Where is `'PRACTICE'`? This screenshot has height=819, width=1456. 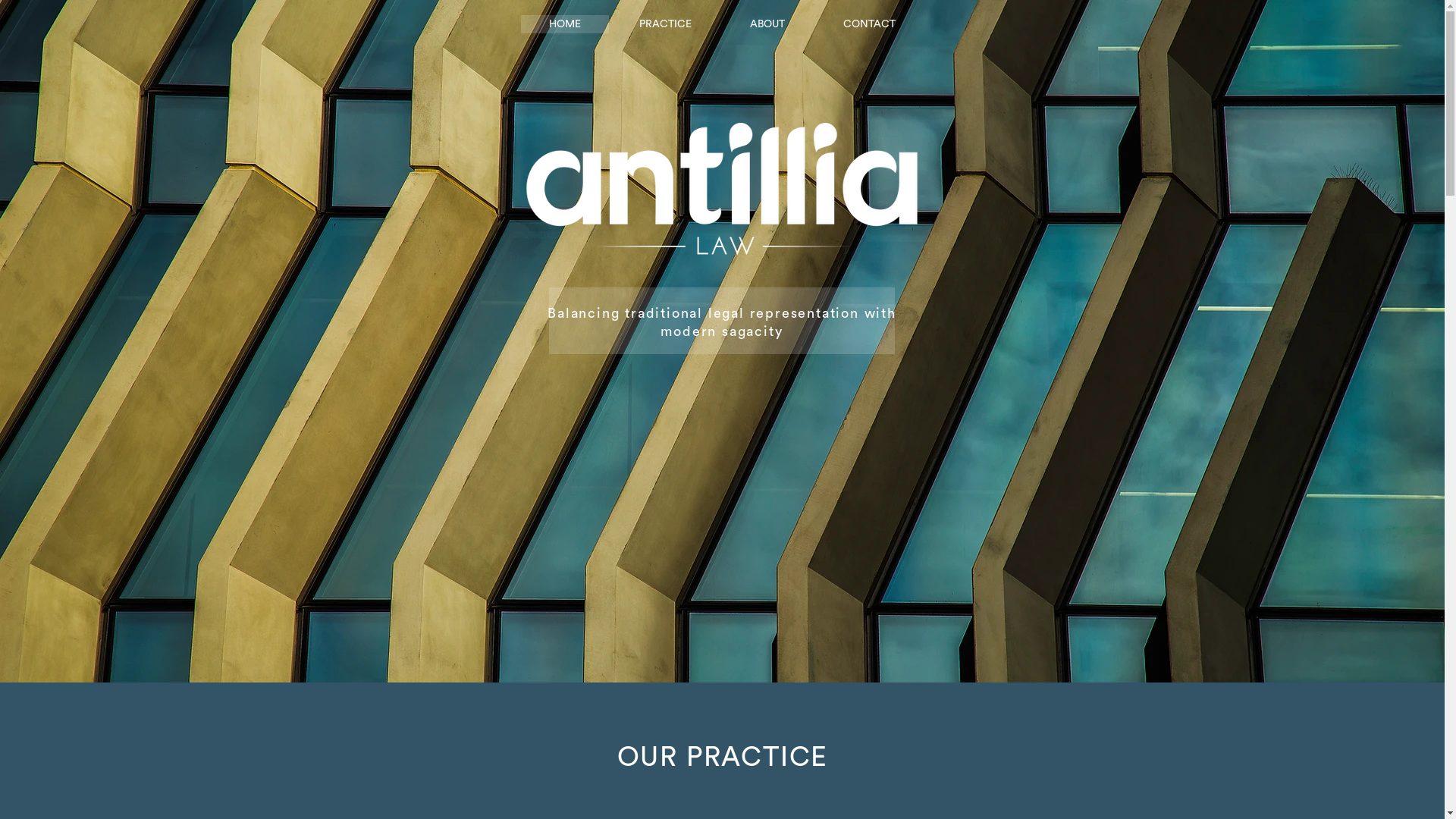
'PRACTICE' is located at coordinates (665, 24).